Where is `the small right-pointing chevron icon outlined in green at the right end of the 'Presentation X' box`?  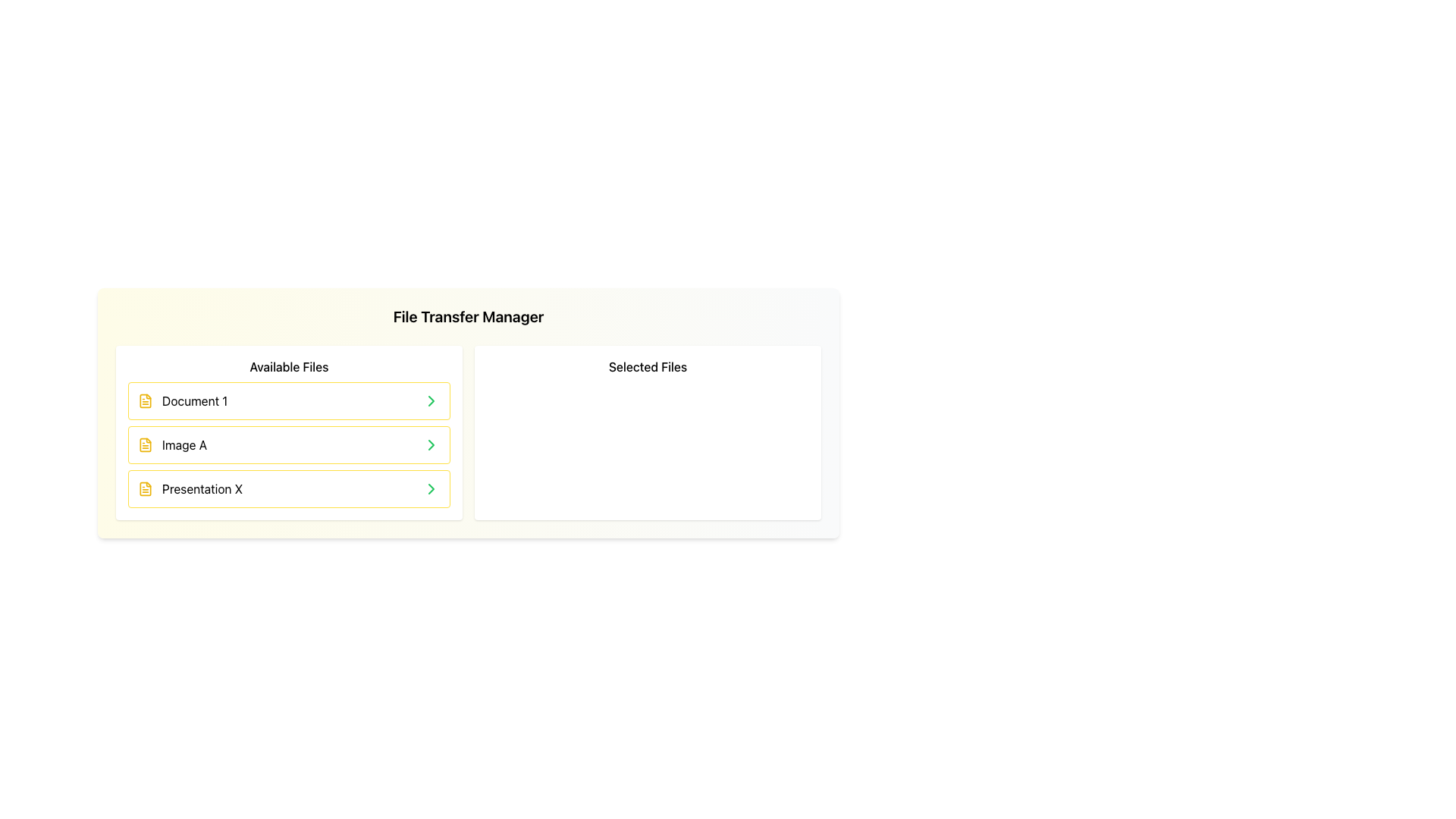 the small right-pointing chevron icon outlined in green at the right end of the 'Presentation X' box is located at coordinates (431, 488).